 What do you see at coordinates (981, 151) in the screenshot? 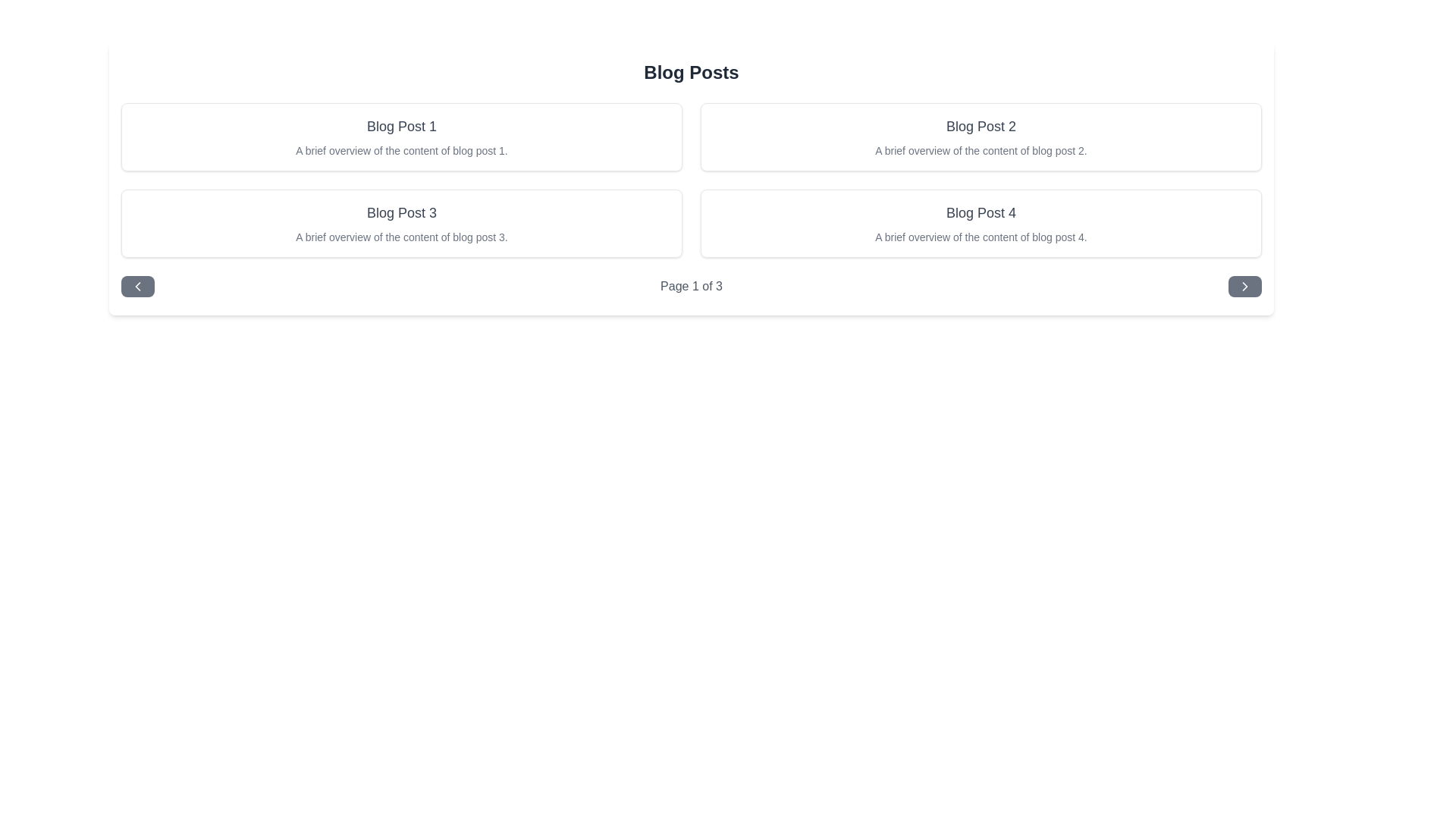
I see `the blog post summary text element that provides an overview of 'Blog Post 2', located in the top-right corner of the grid layout` at bounding box center [981, 151].